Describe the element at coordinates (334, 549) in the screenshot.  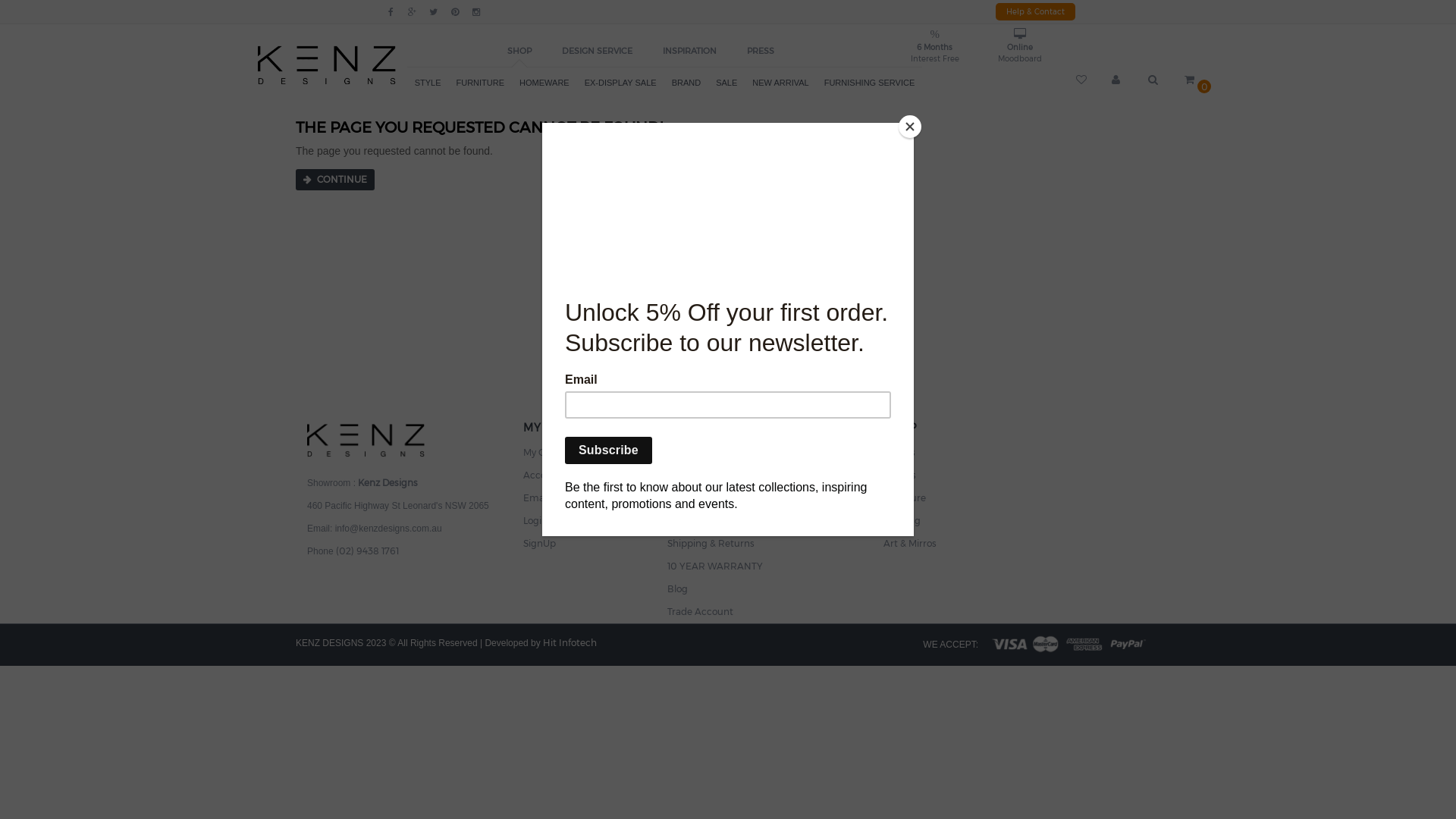
I see `'(02) 9438 1761'` at that location.